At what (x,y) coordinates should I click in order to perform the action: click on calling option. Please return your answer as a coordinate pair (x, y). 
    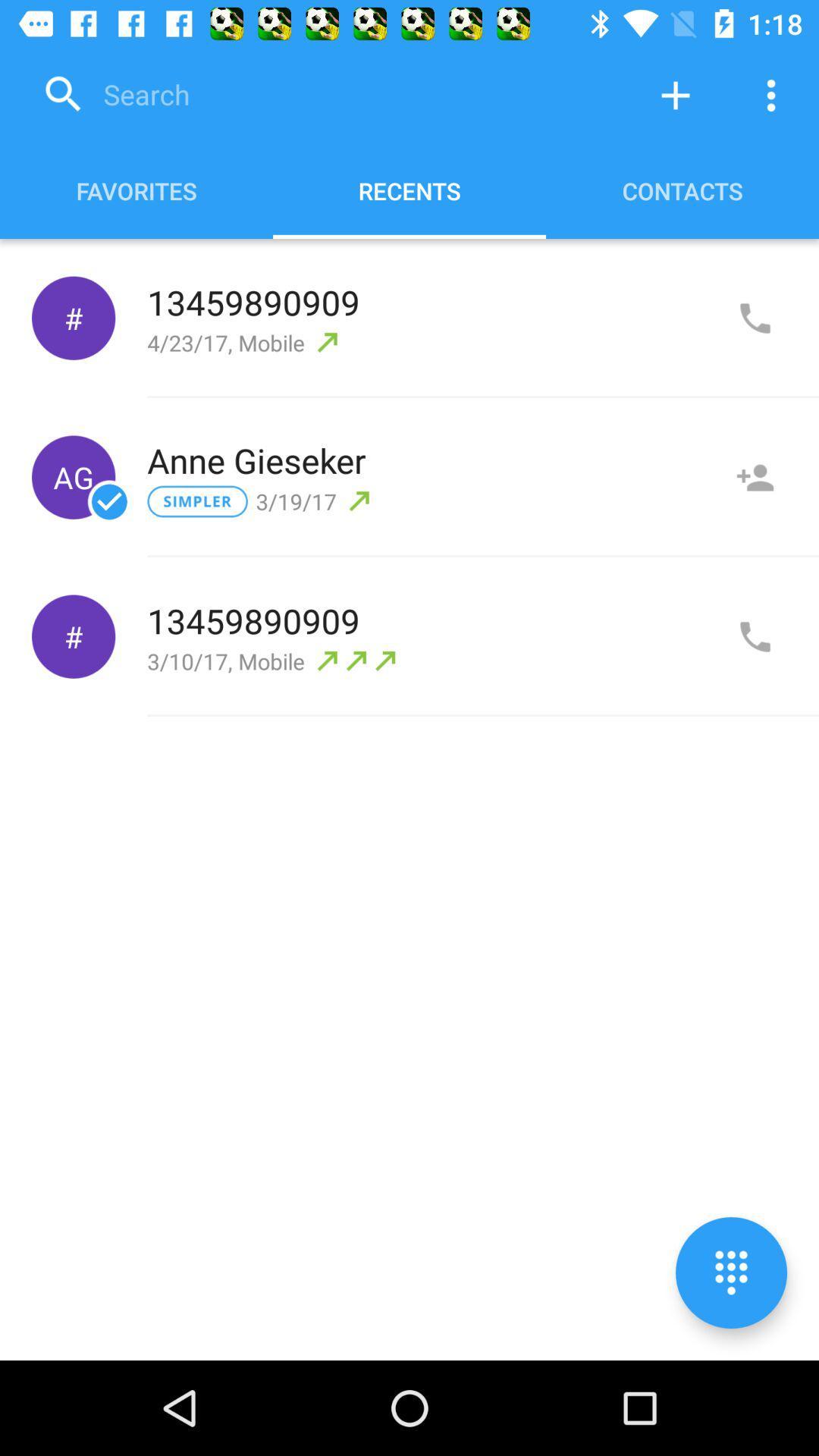
    Looking at the image, I should click on (755, 637).